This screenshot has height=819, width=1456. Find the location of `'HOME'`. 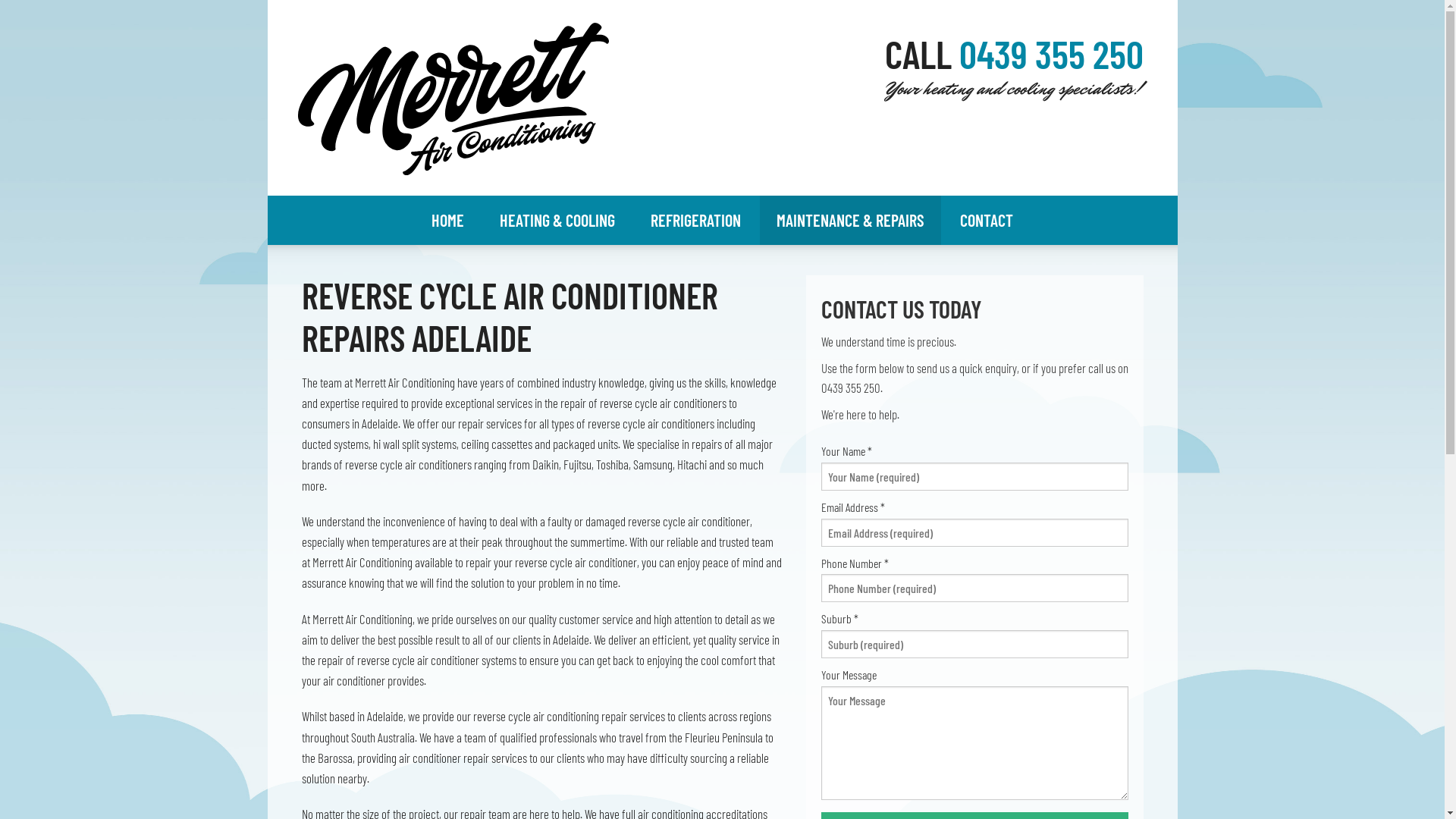

'HOME' is located at coordinates (447, 220).